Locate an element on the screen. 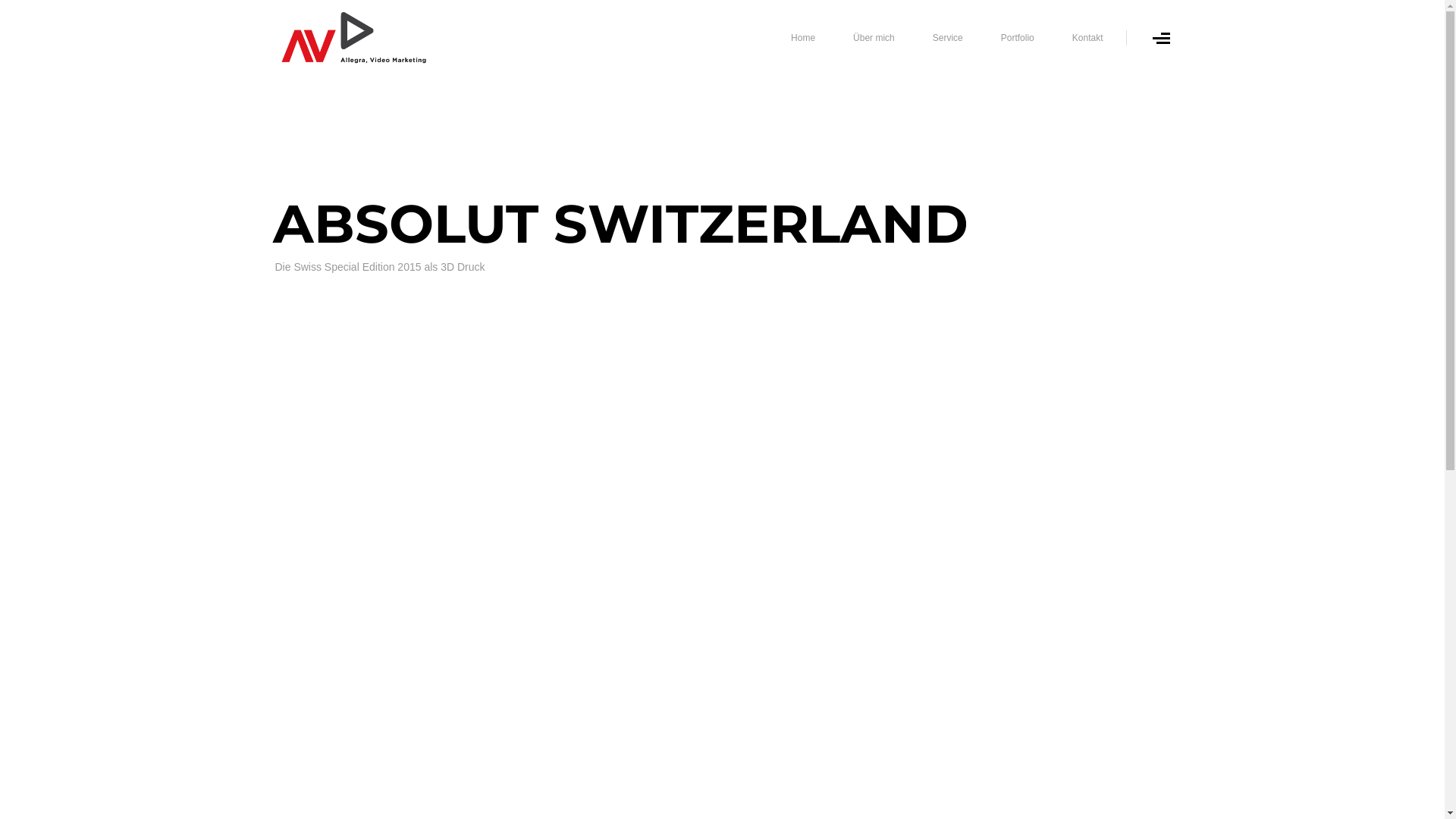 The width and height of the screenshot is (1456, 819). 'Kontakt' is located at coordinates (1087, 37).